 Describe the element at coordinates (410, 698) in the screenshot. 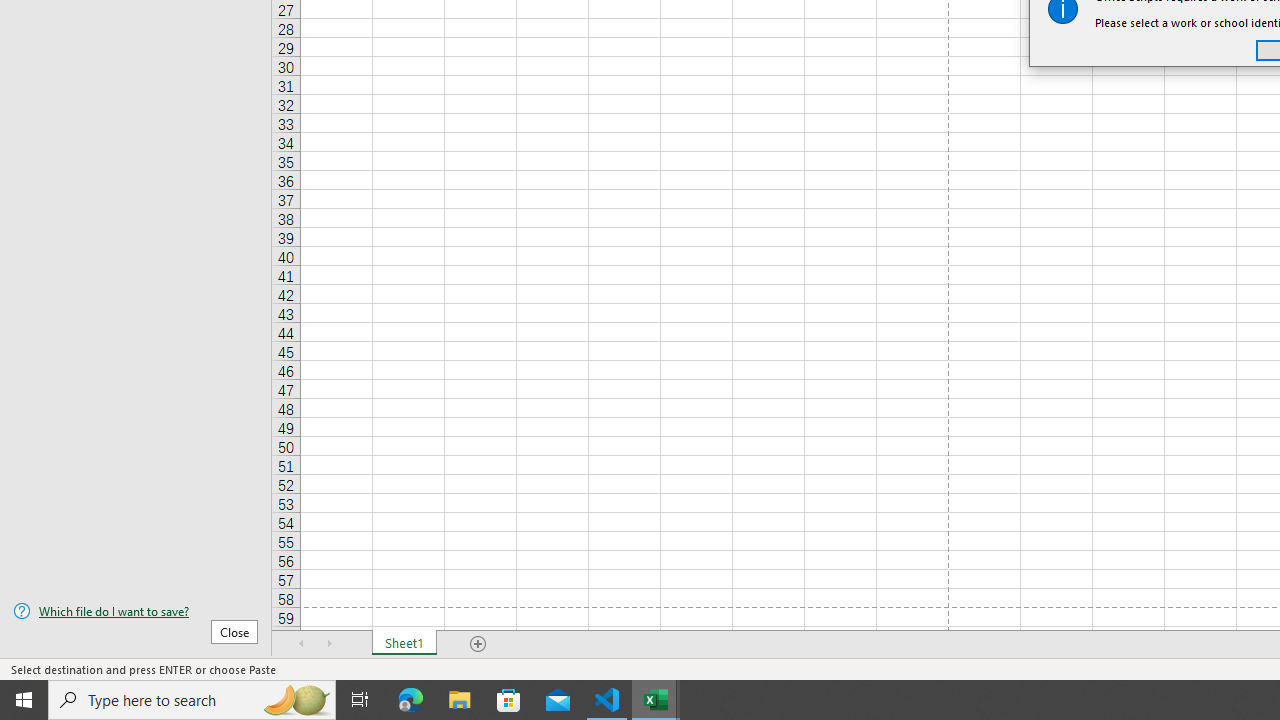

I see `'Microsoft Edge'` at that location.